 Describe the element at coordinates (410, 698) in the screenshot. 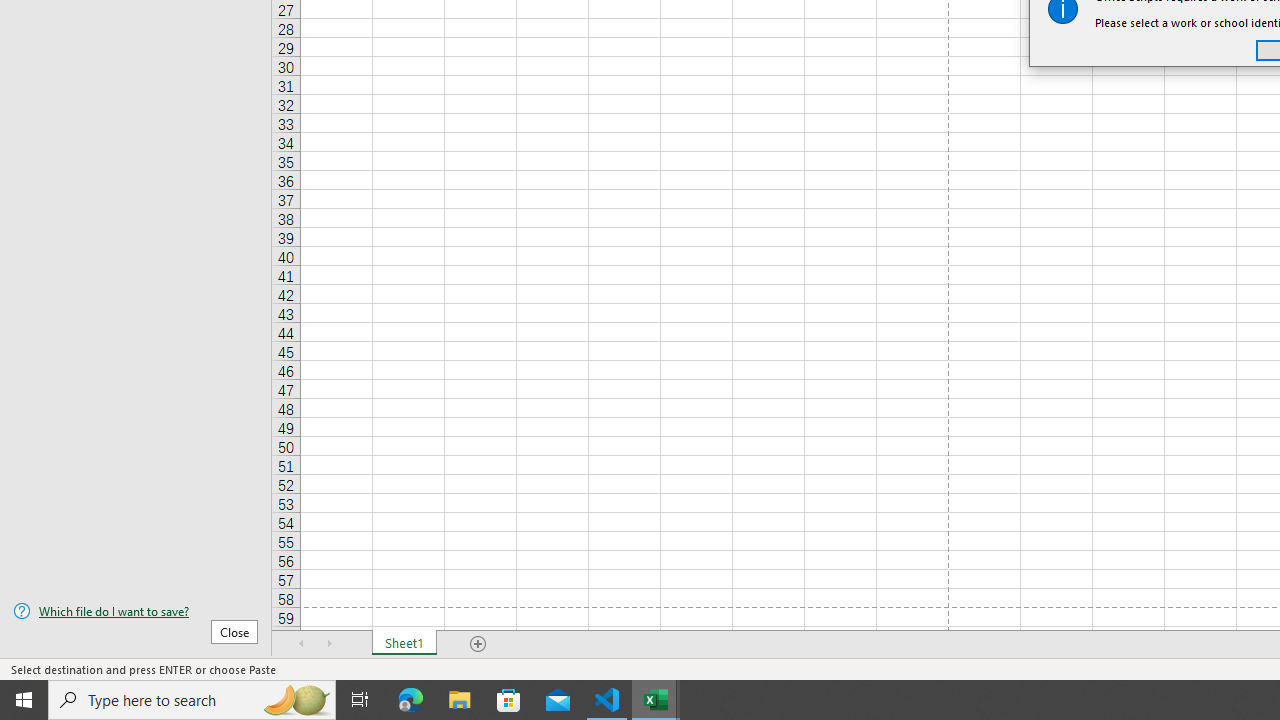

I see `'Microsoft Edge'` at that location.